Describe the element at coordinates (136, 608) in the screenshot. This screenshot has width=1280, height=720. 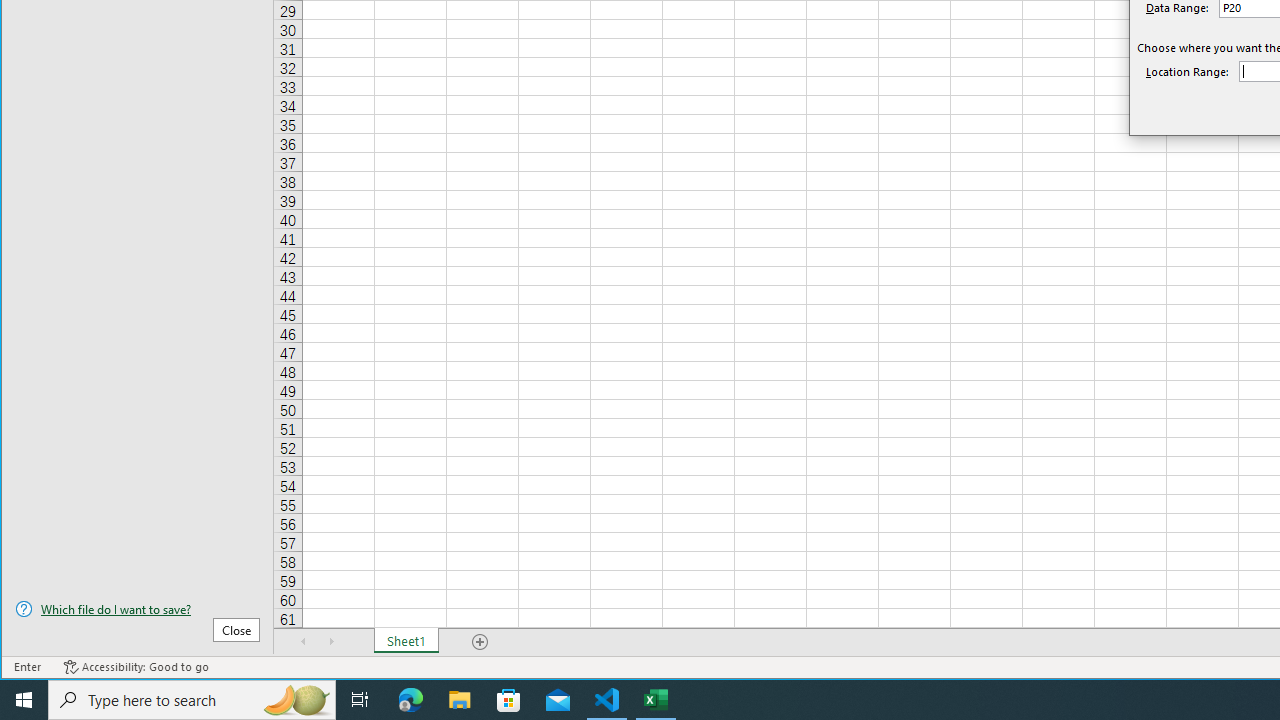
I see `'Which file do I want to save?'` at that location.